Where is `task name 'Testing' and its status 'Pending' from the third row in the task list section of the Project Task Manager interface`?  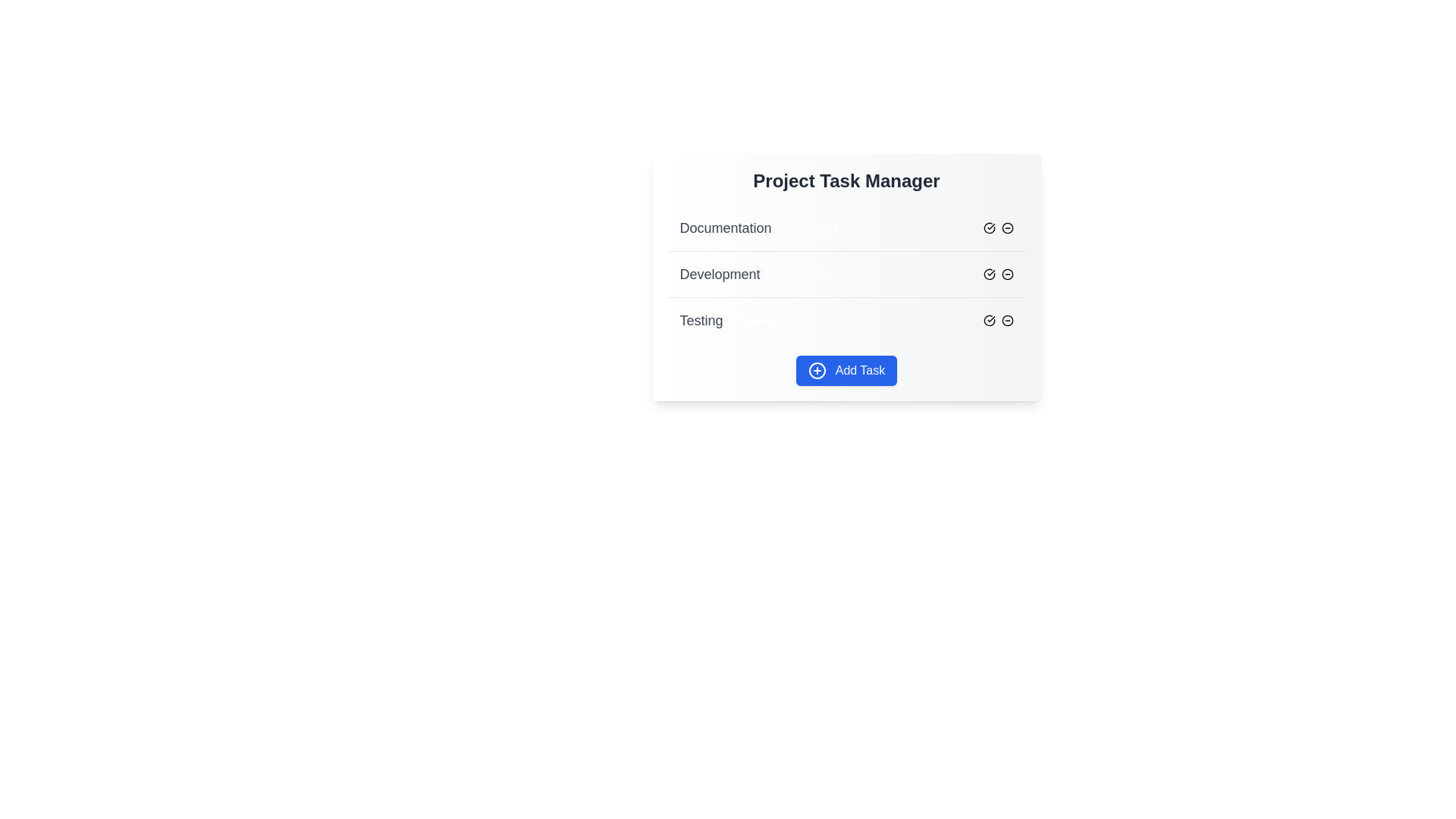 task name 'Testing' and its status 'Pending' from the third row in the task list section of the Project Task Manager interface is located at coordinates (846, 320).